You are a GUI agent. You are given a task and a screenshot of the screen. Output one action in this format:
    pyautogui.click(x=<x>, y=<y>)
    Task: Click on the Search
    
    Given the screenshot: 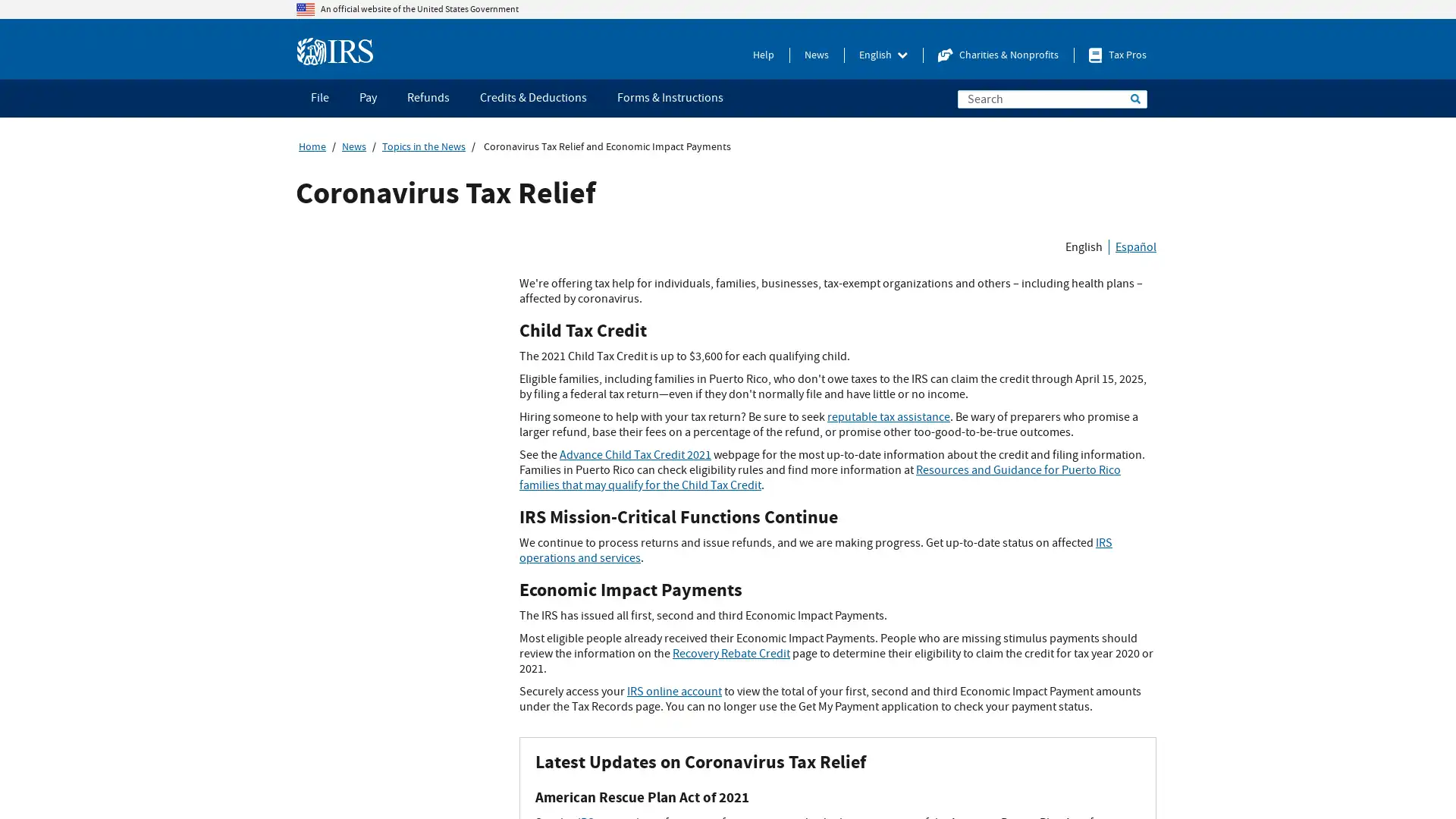 What is the action you would take?
    pyautogui.click(x=1135, y=99)
    